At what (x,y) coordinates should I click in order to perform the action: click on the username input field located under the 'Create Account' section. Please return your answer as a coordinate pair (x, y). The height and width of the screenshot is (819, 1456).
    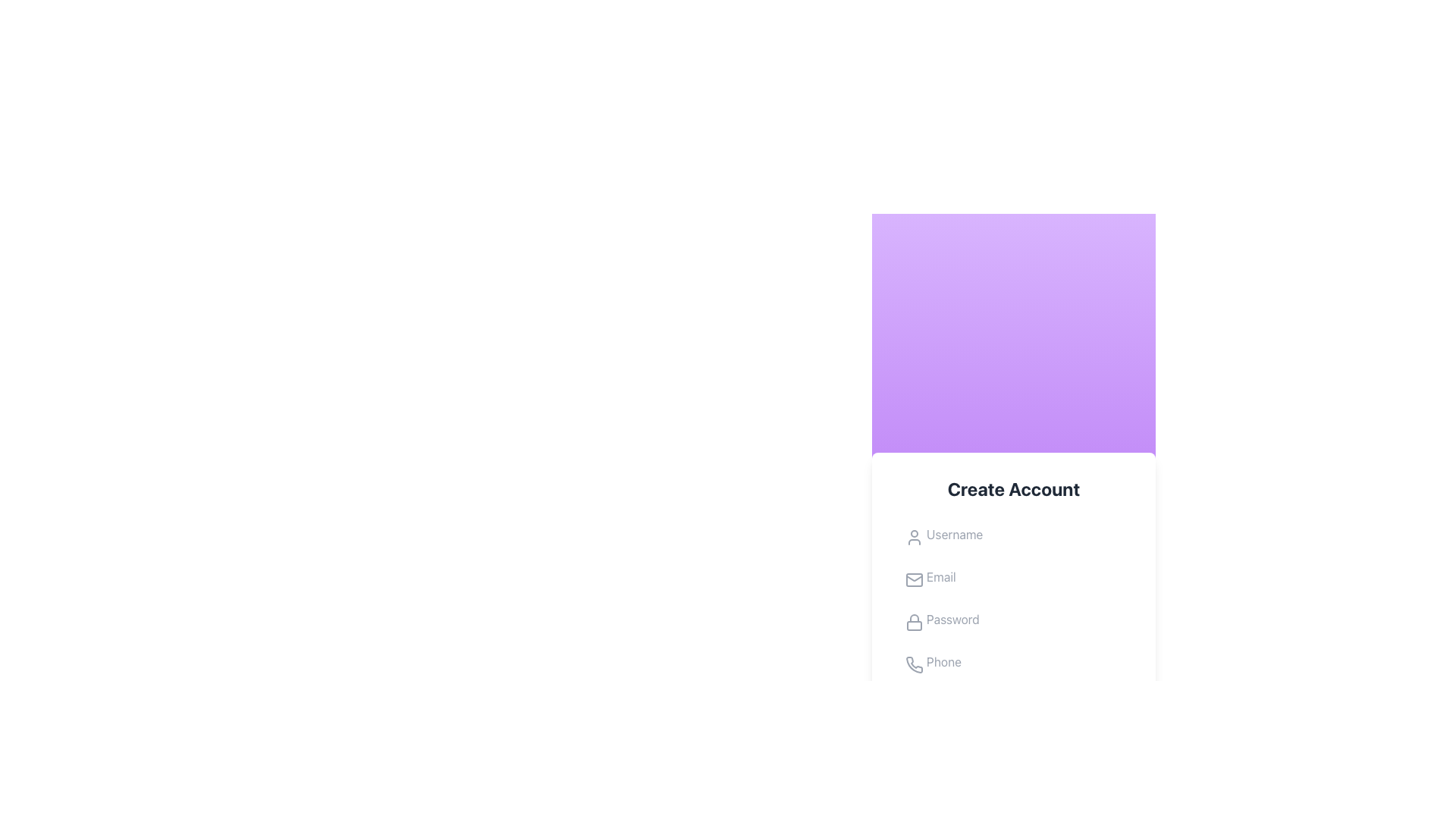
    Looking at the image, I should click on (1014, 534).